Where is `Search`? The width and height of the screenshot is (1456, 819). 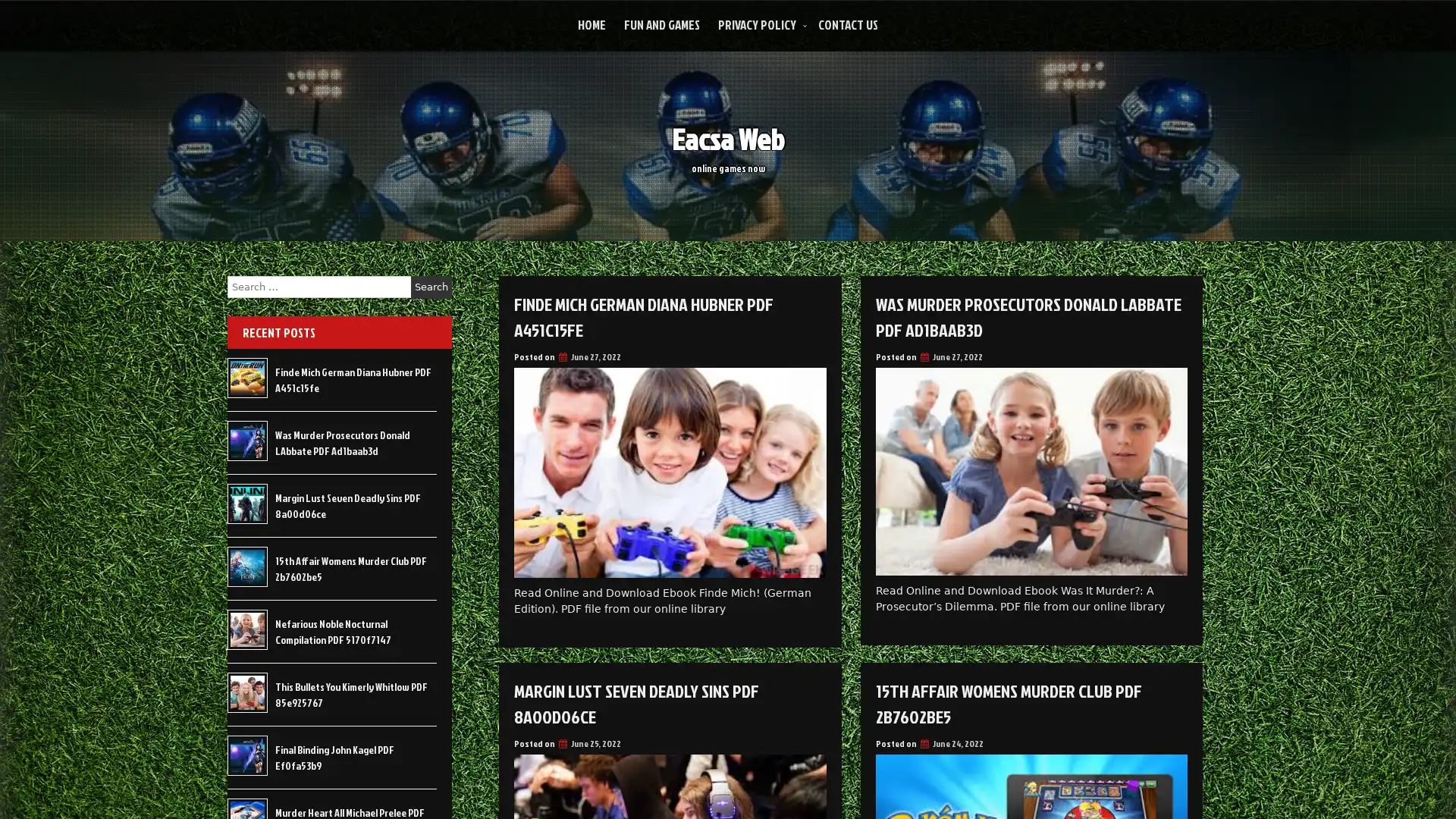 Search is located at coordinates (431, 287).